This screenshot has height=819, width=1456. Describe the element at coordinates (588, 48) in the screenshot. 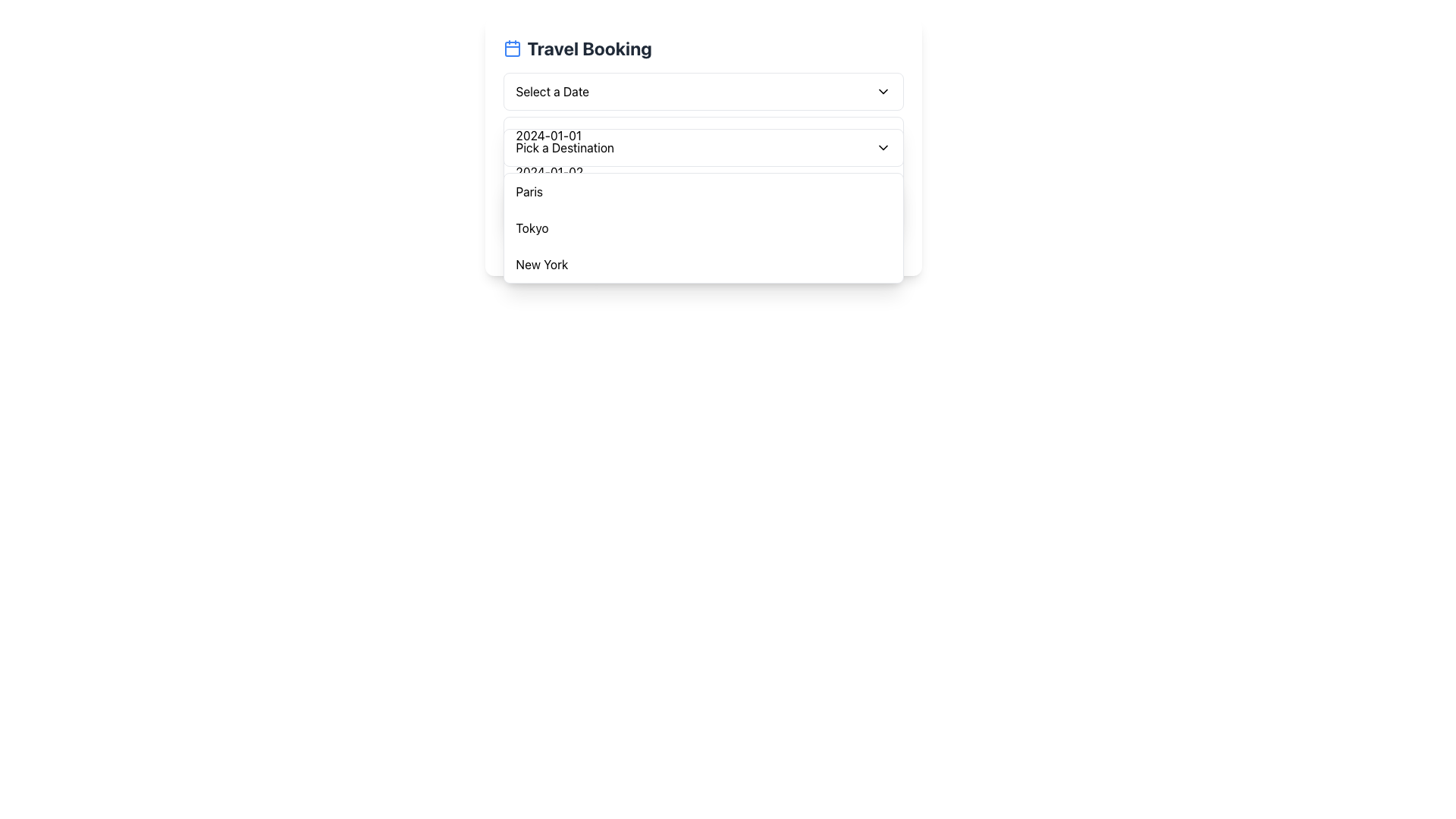

I see `the heading element displaying 'Travel Booking' to check its tooltip` at that location.